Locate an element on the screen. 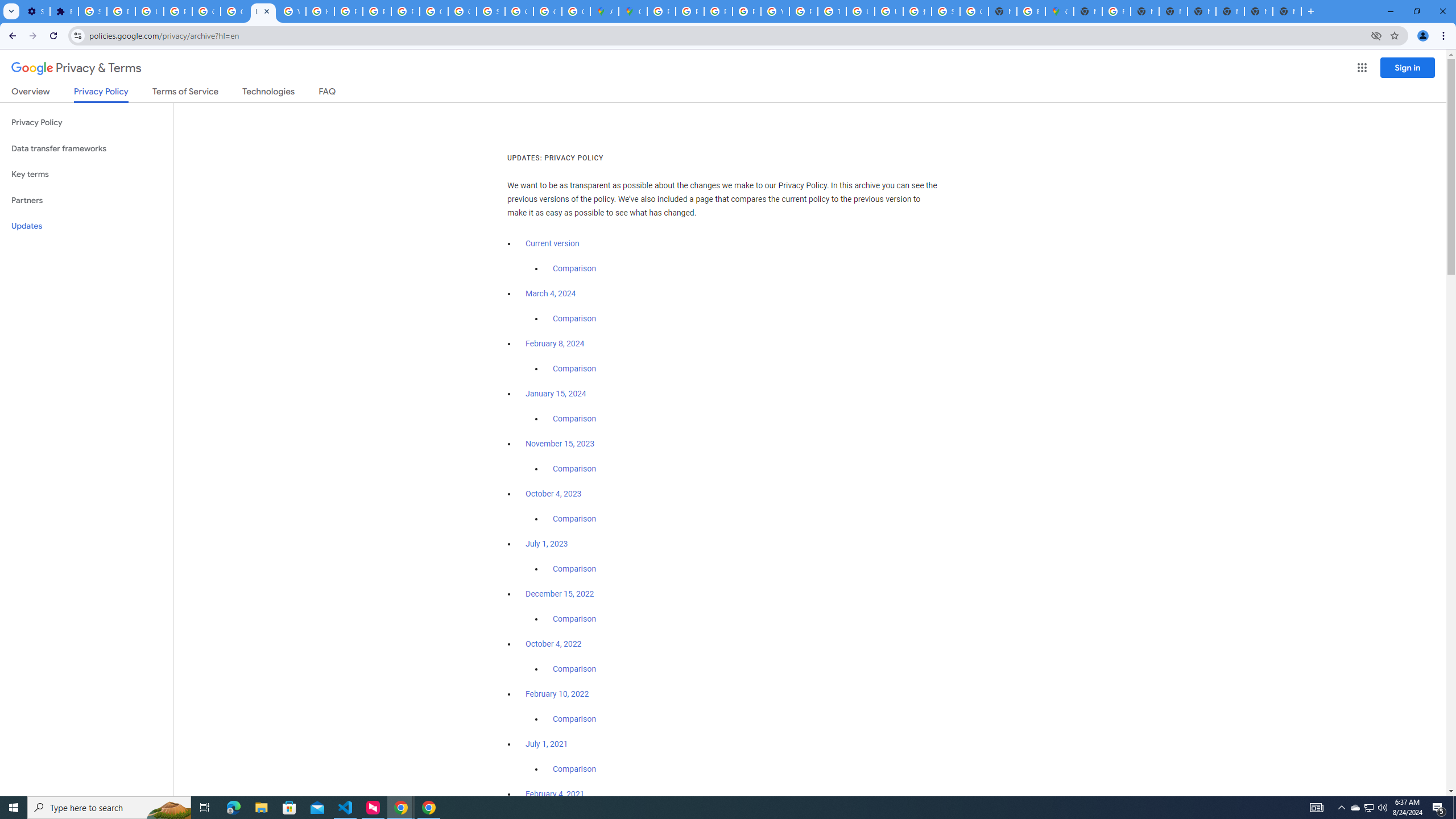  'Data transfer frameworks' is located at coordinates (86, 148).